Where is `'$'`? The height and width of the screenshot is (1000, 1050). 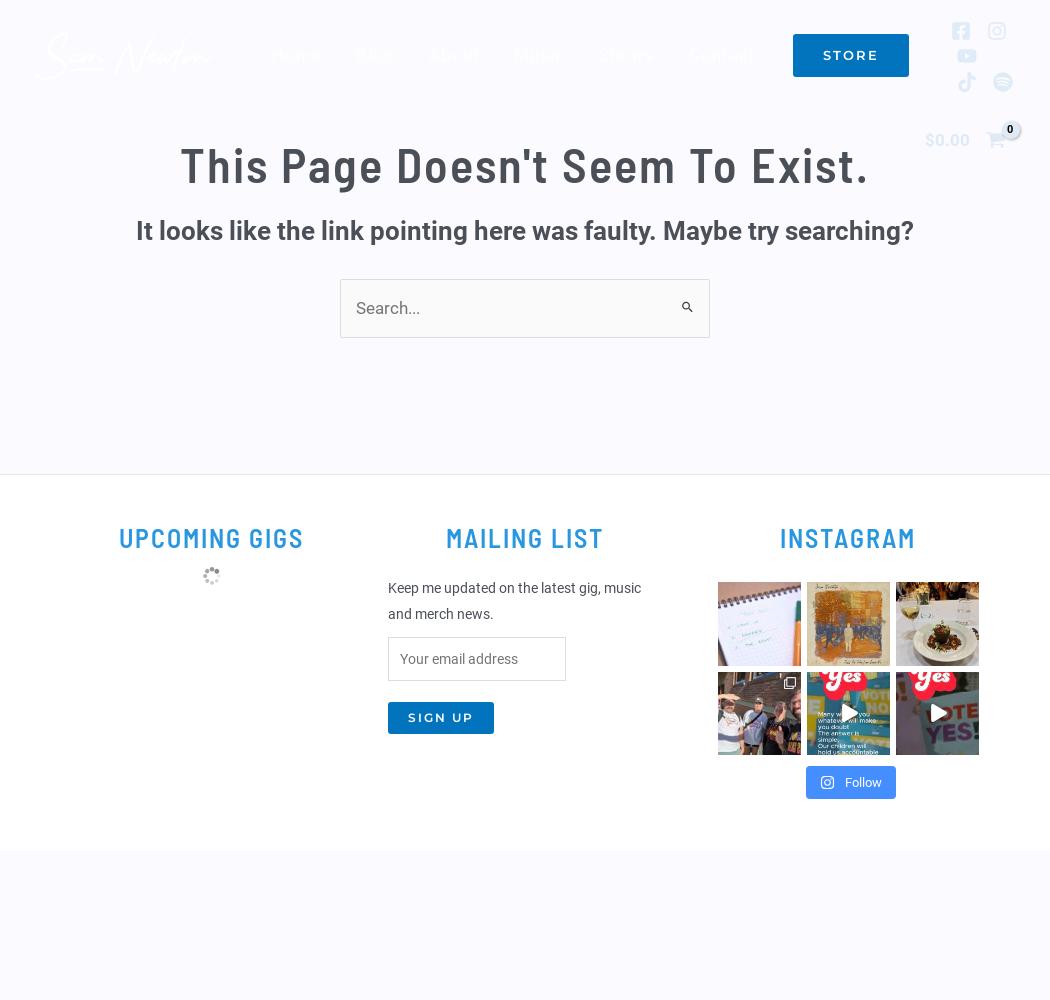 '$' is located at coordinates (924, 139).